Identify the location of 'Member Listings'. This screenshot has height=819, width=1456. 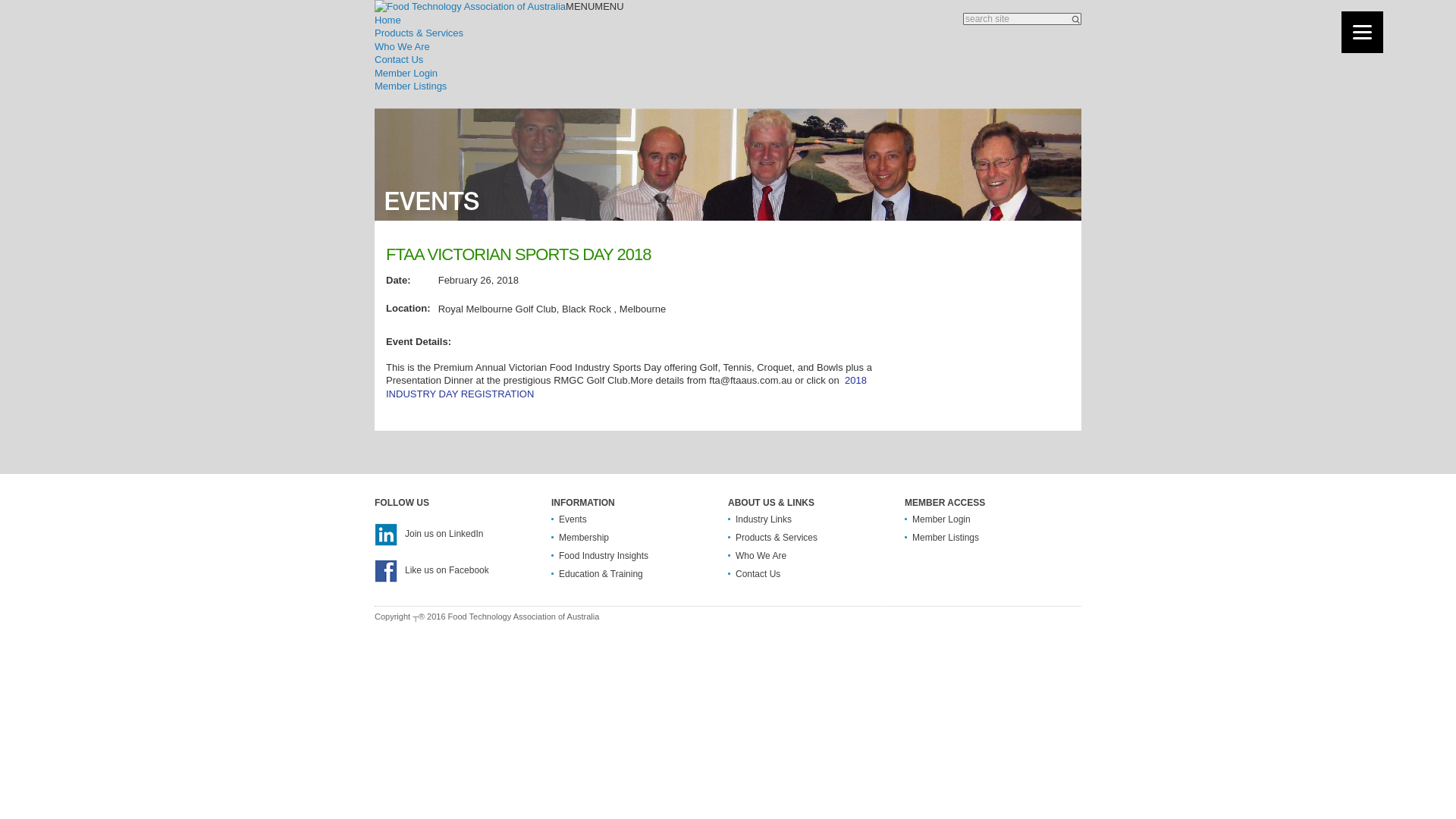
(410, 86).